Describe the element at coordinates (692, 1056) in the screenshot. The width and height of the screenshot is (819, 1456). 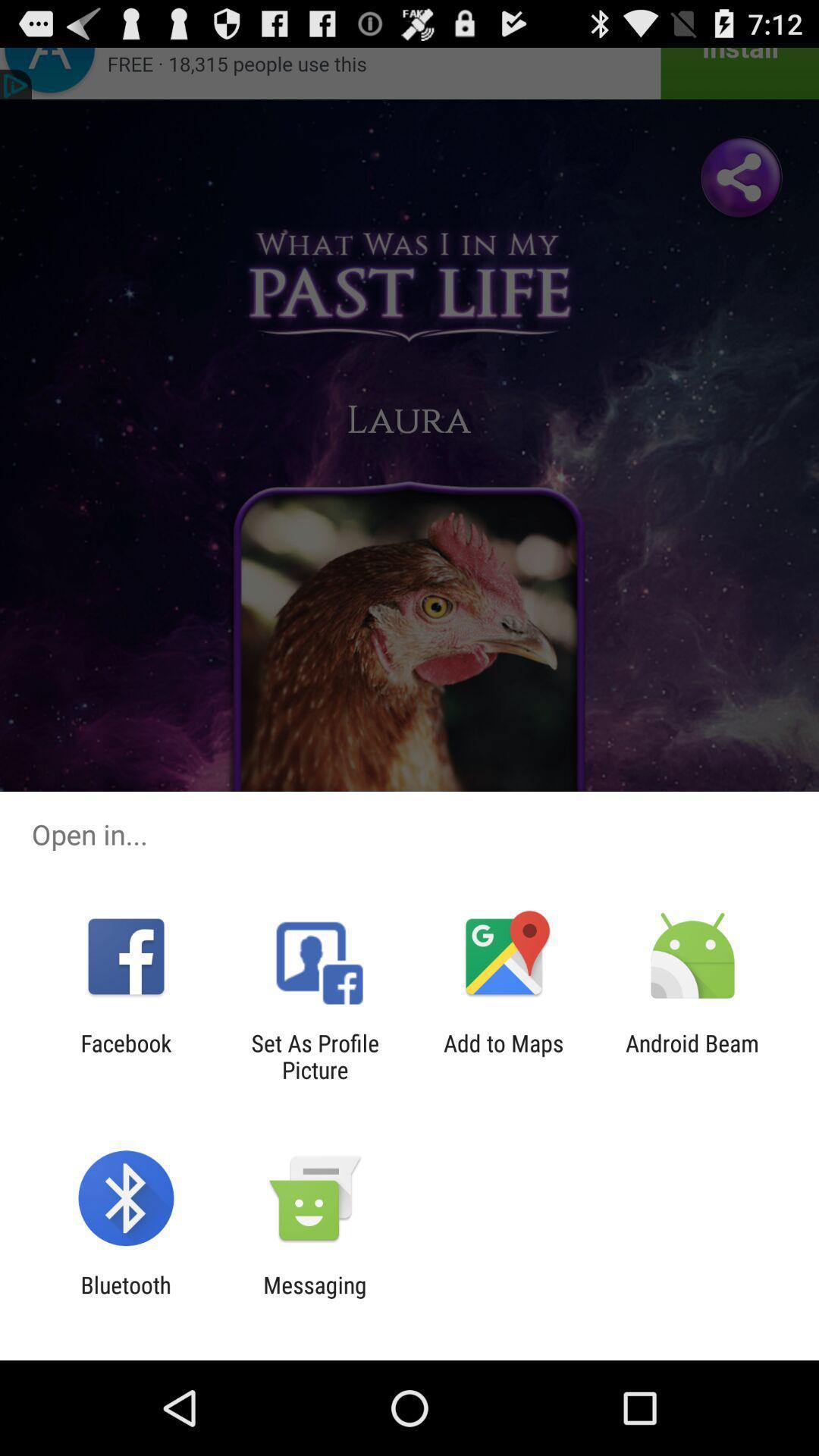
I see `the android beam item` at that location.